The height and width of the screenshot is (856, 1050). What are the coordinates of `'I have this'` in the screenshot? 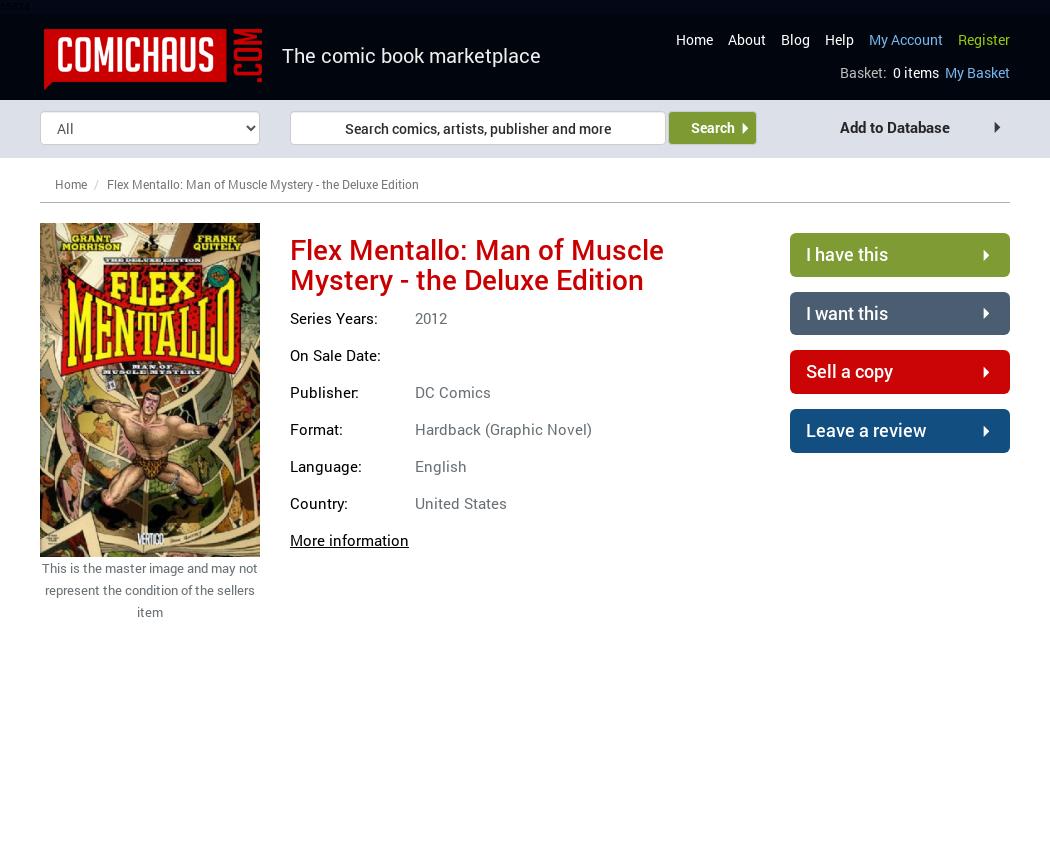 It's located at (847, 252).